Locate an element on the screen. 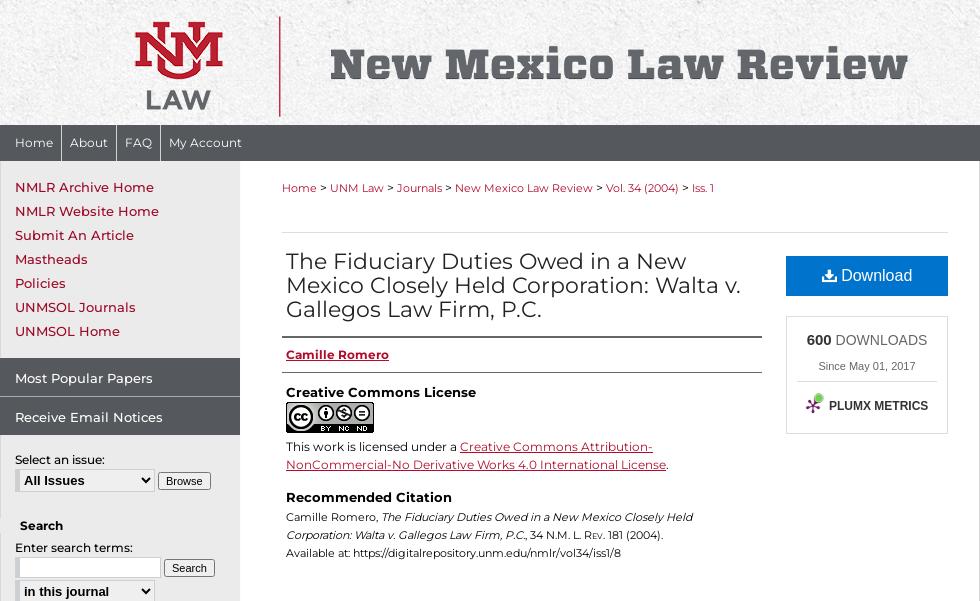 The image size is (980, 601). 'Available at:
        https://digitalrepository.unm.edu/nmlr/vol34/iss1/8' is located at coordinates (453, 552).